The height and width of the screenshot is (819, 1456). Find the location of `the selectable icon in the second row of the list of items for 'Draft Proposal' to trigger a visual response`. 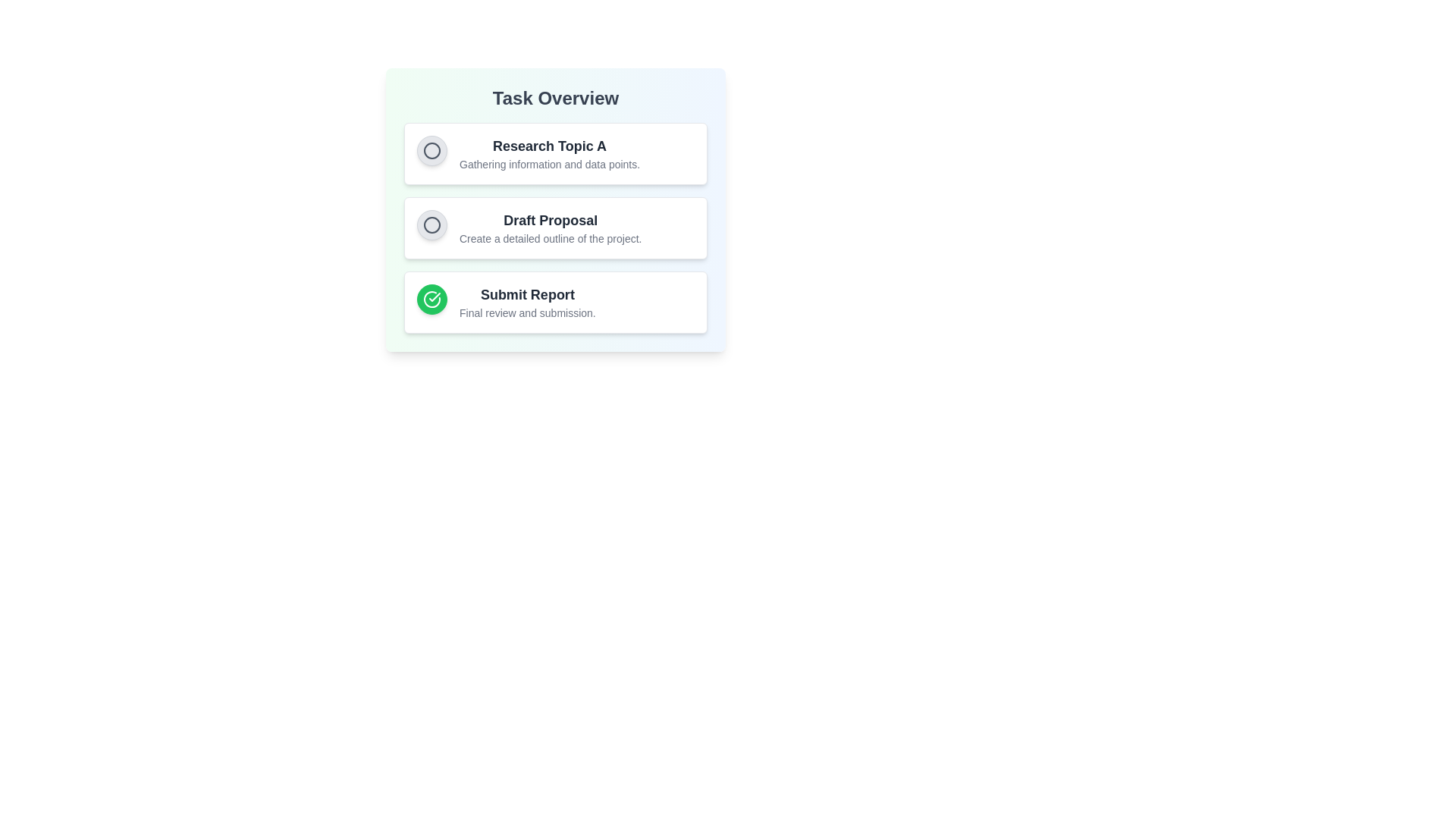

the selectable icon in the second row of the list of items for 'Draft Proposal' to trigger a visual response is located at coordinates (431, 225).